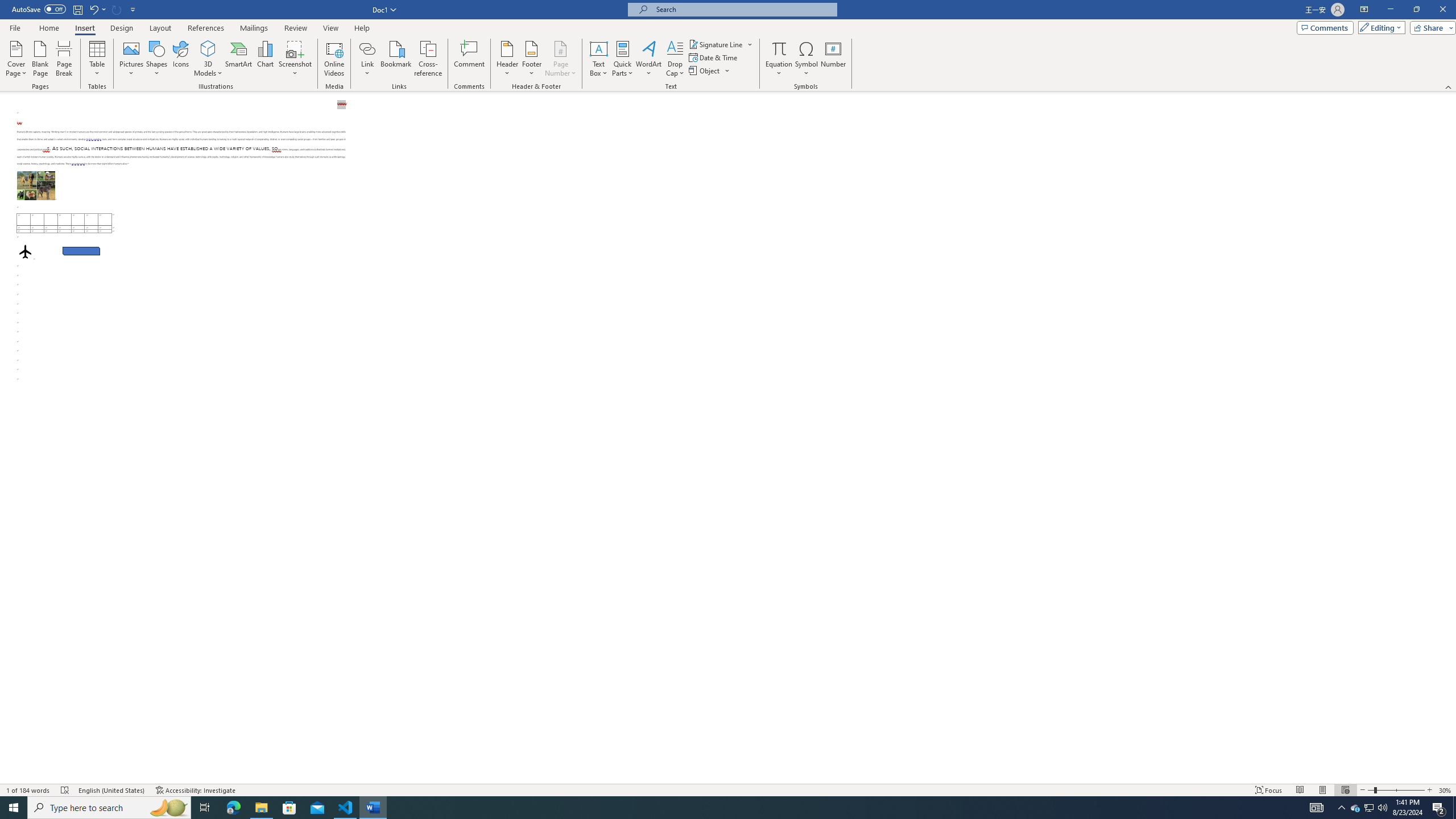 This screenshot has width=1456, height=819. What do you see at coordinates (131, 59) in the screenshot?
I see `'Pictures'` at bounding box center [131, 59].